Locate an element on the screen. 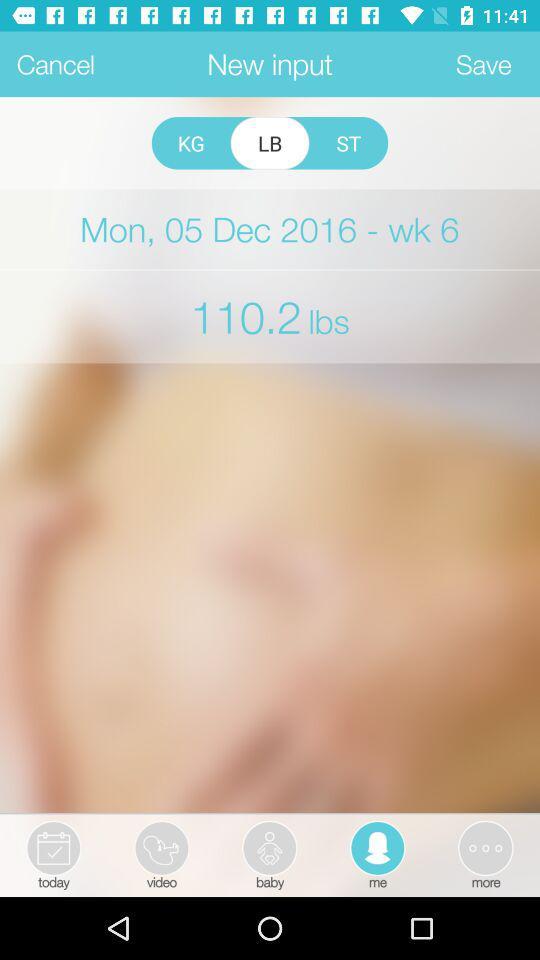 The width and height of the screenshot is (540, 960). app below the new input is located at coordinates (270, 142).